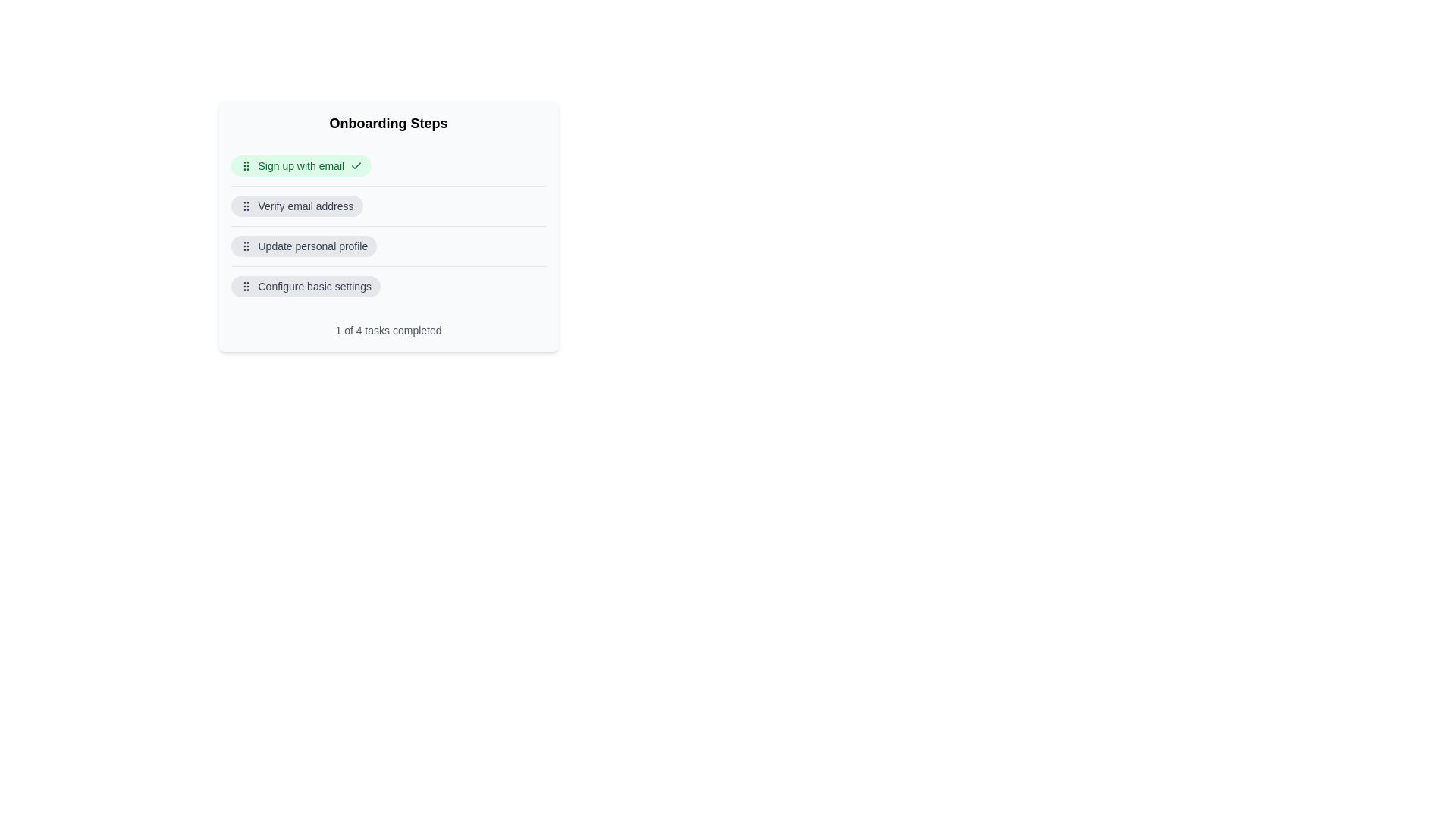 The image size is (1456, 819). I want to click on the text element reading 'Sign up with email' which is styled with a medium-bold font and contained within a green background rounded shape, located in the first row of the 'Onboarding Steps' list, so click(301, 166).